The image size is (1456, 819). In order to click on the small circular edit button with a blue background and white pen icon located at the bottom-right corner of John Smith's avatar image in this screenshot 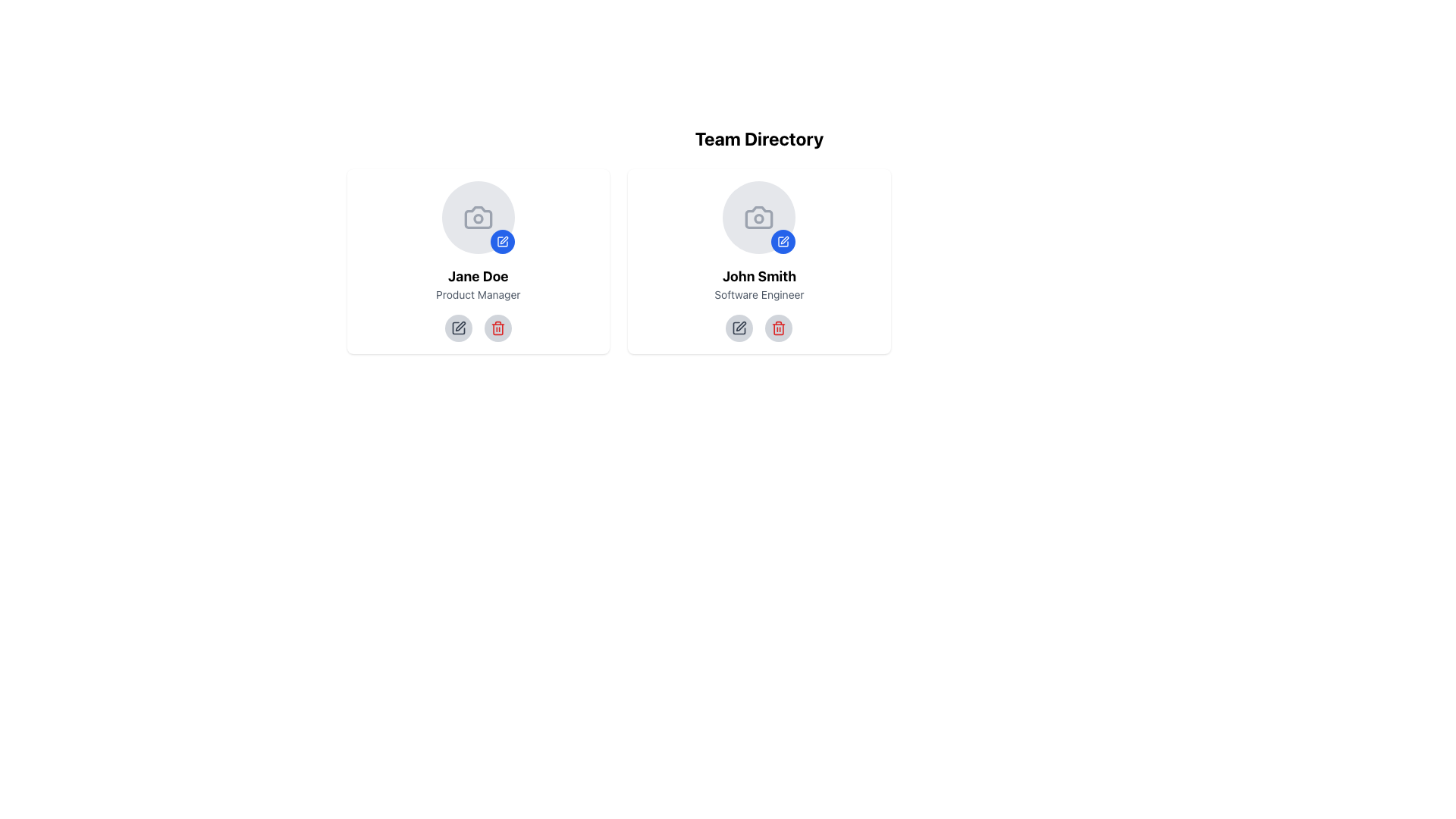, I will do `click(783, 241)`.